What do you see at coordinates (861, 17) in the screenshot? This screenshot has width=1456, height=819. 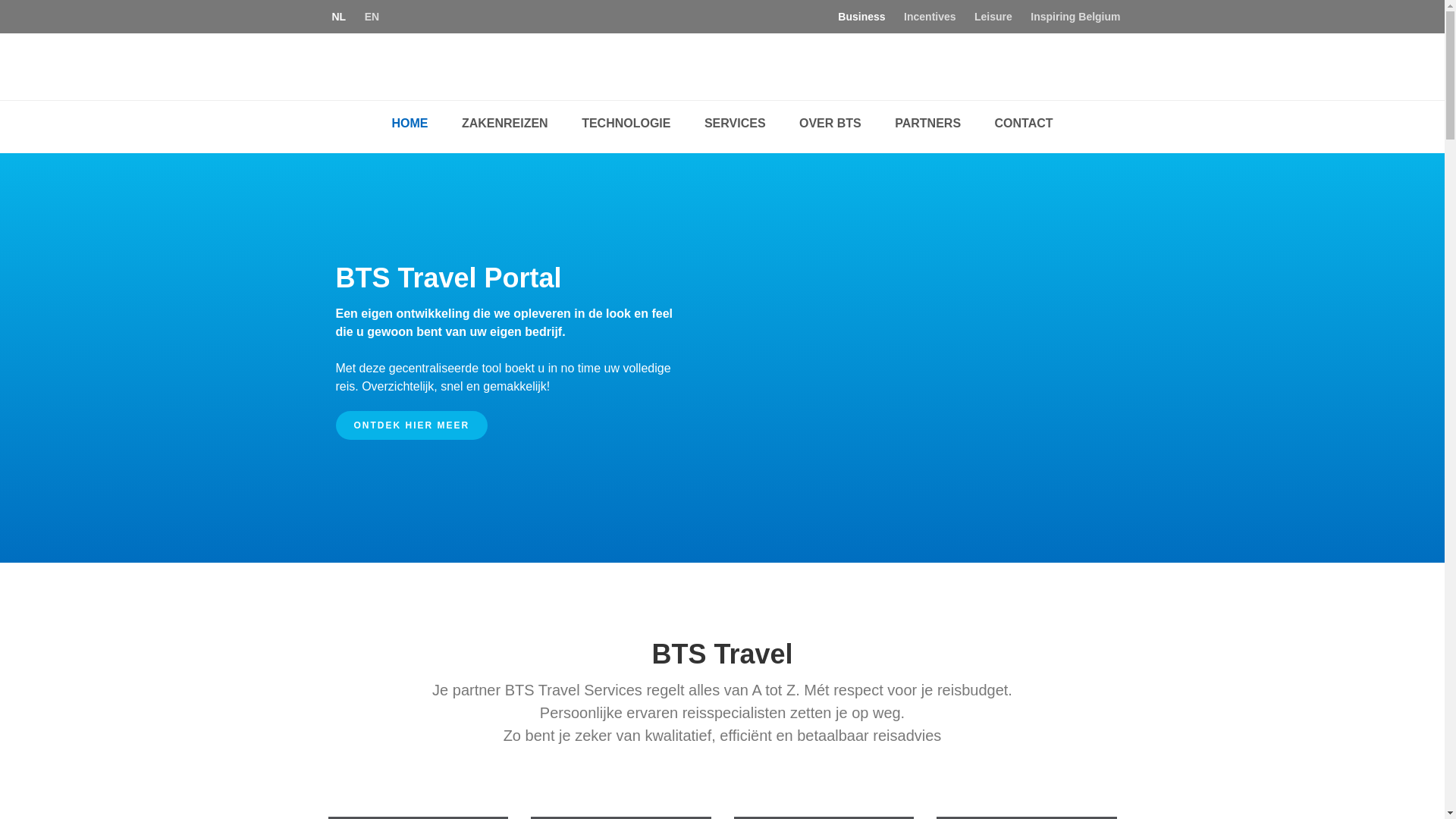 I see `'Business'` at bounding box center [861, 17].